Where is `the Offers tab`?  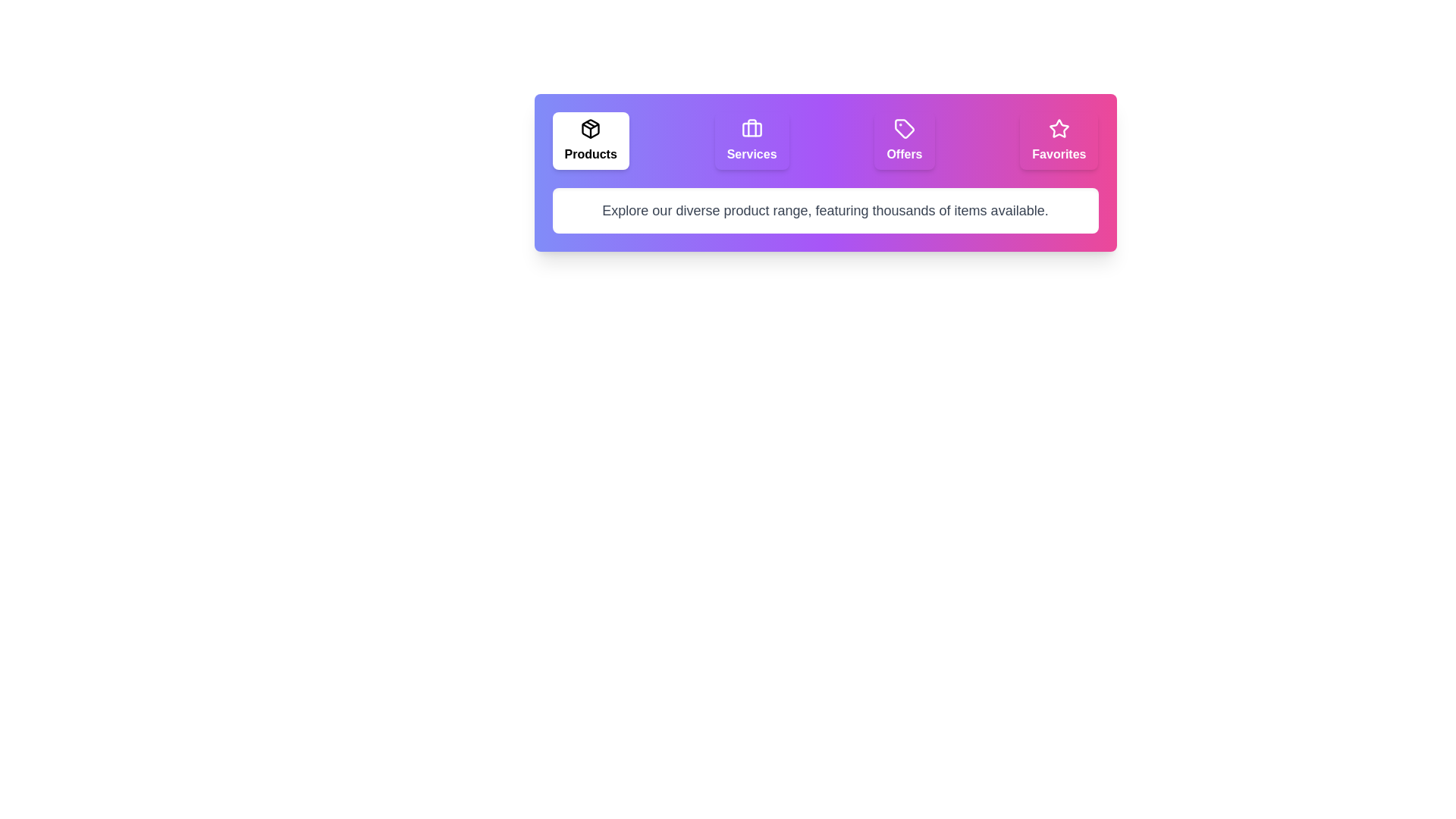
the Offers tab is located at coordinates (904, 140).